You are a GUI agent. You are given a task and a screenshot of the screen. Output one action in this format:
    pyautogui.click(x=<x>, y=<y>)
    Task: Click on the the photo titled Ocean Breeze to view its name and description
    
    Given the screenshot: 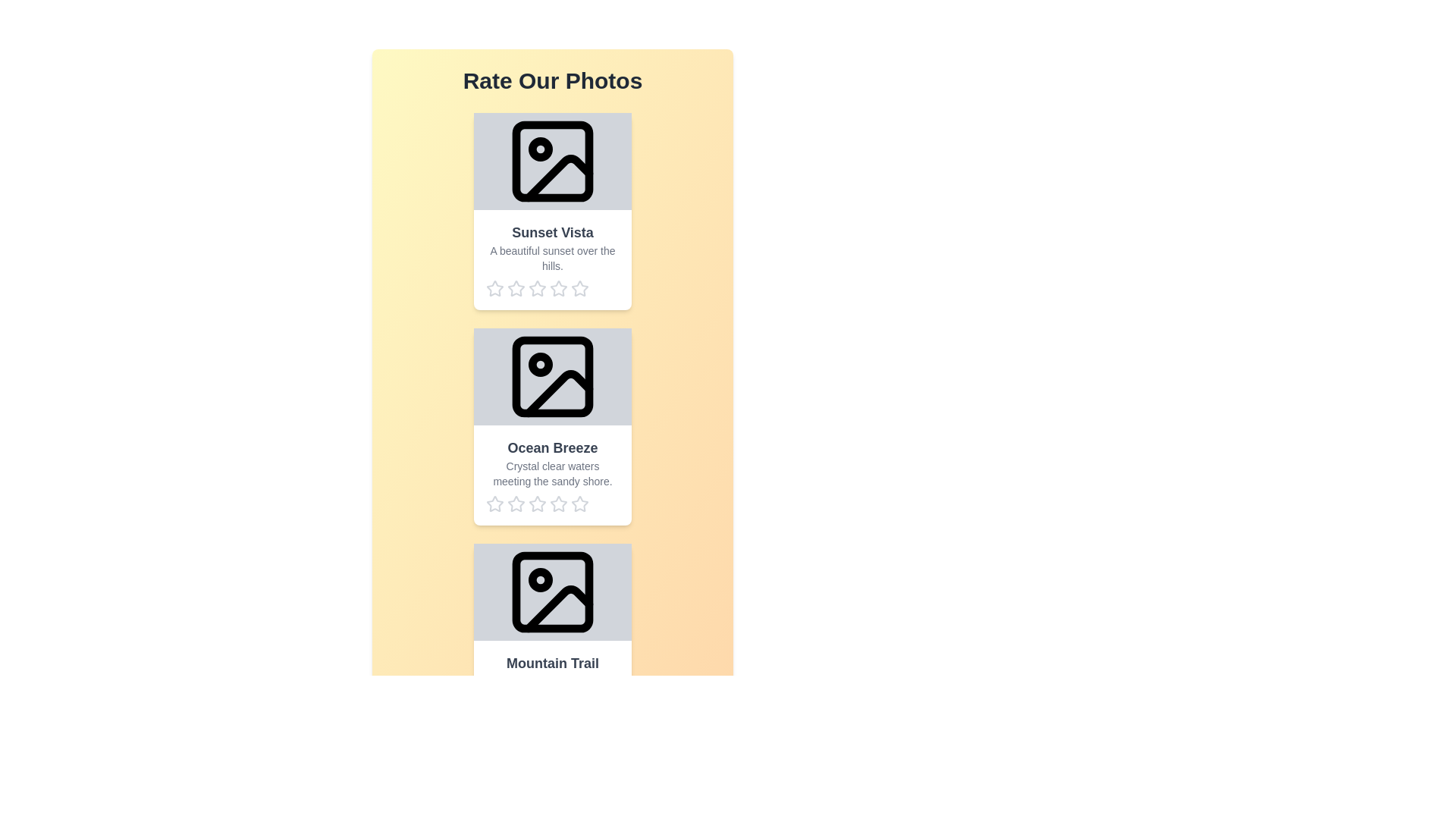 What is the action you would take?
    pyautogui.click(x=552, y=427)
    